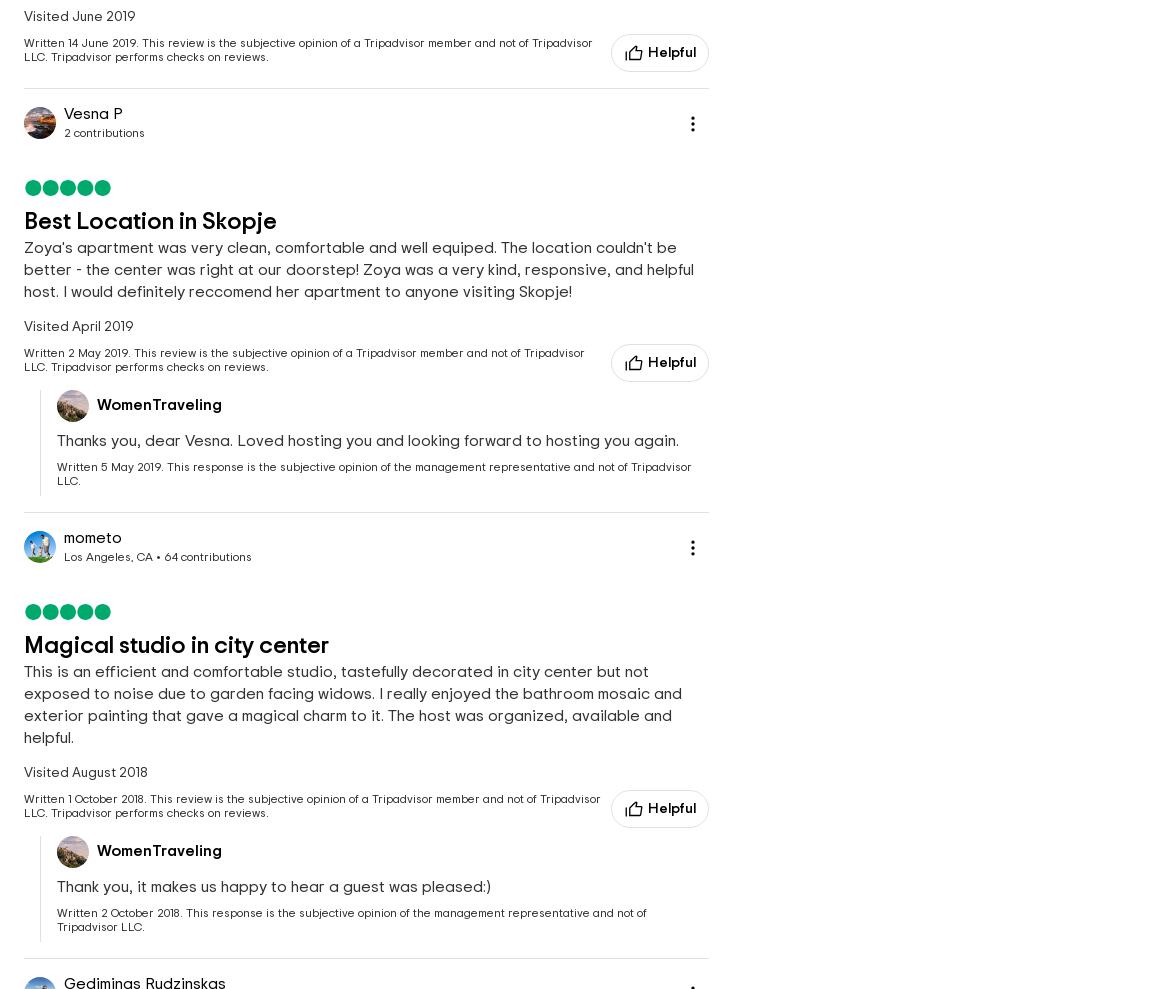  What do you see at coordinates (108, 466) in the screenshot?
I see `'Written 5 May 2019'` at bounding box center [108, 466].